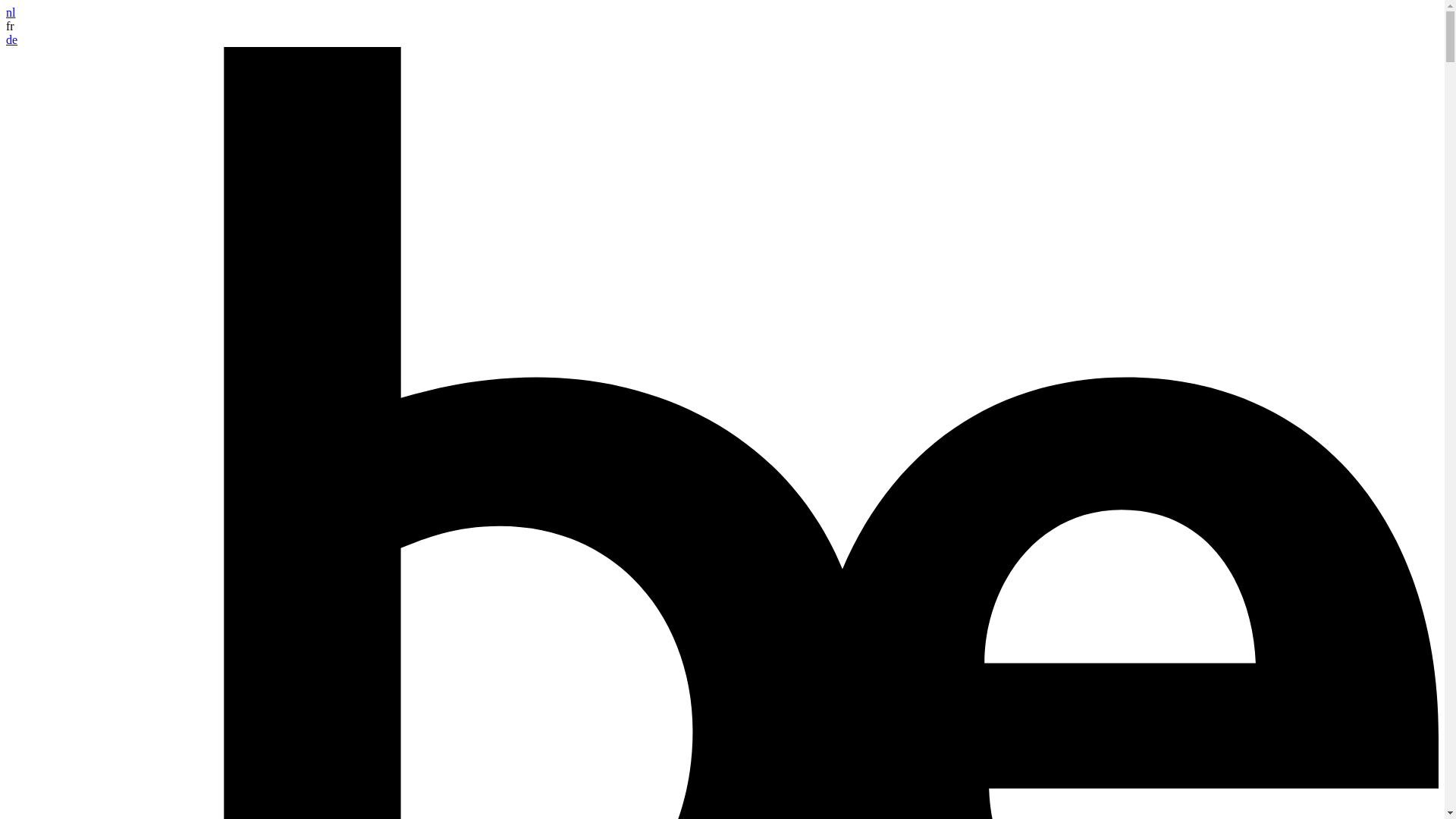  I want to click on 'de', so click(6, 39).